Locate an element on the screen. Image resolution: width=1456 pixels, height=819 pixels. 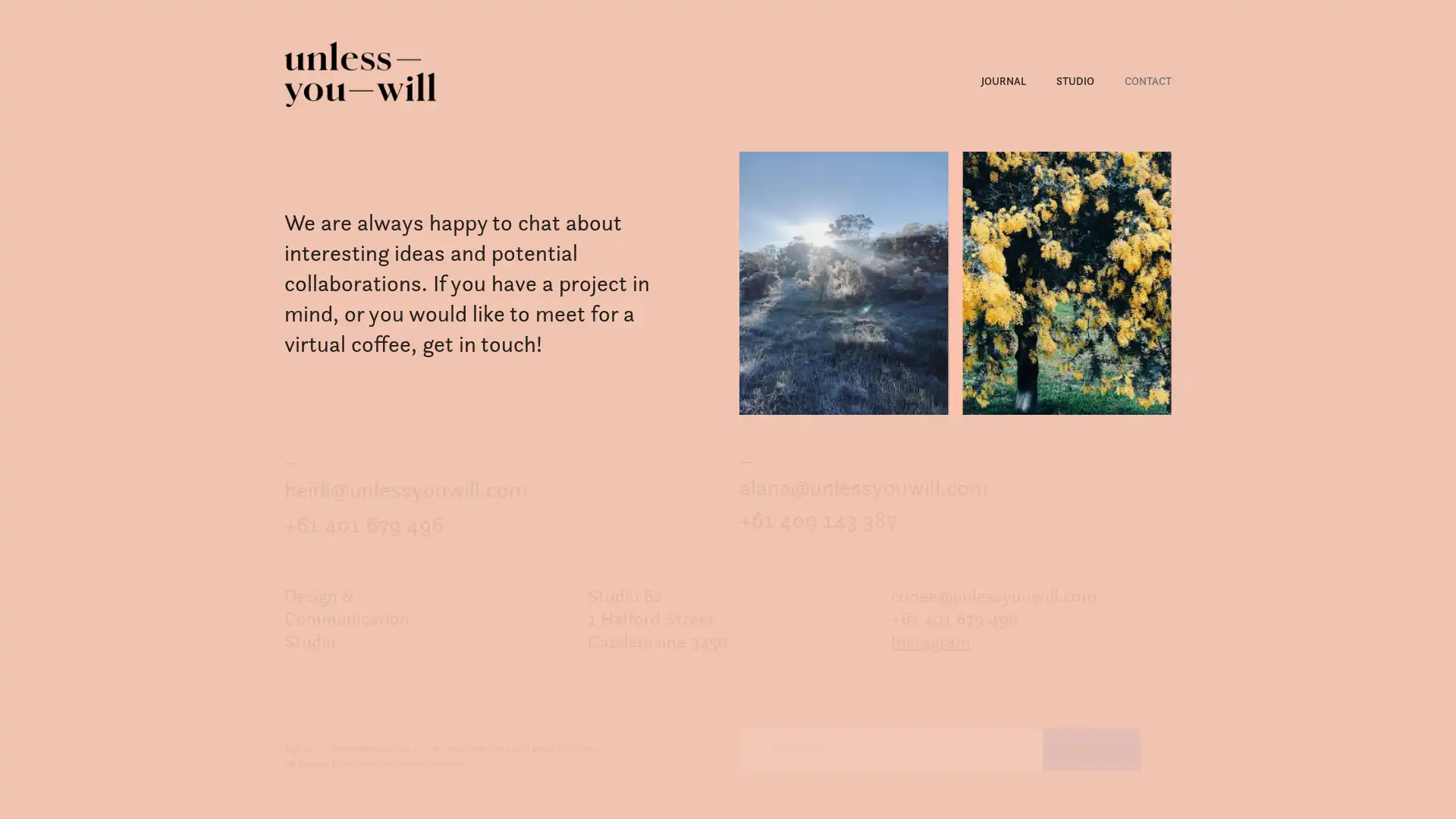
Subscribe is located at coordinates (1090, 748).